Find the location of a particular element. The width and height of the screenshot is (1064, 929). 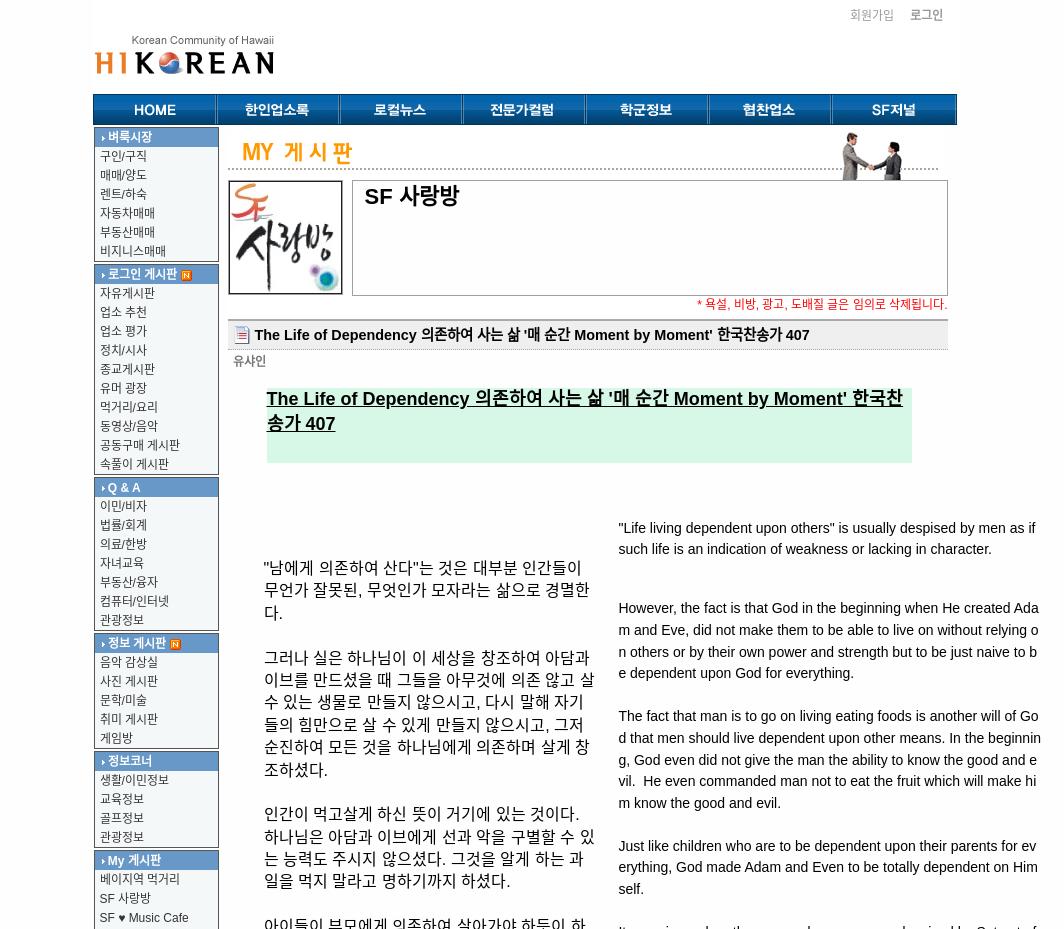

'인간이 먹고살게 하신 뜻이 거기에 있는 것이다. 하나님은 아담과 이브에게 										선과 악을 구별할 수 있는 능력도 주시지 않으셨다. 그것을 알게 하는 										과일을 먹지 말라고 명하기까지 하셨다.' is located at coordinates (428, 847).